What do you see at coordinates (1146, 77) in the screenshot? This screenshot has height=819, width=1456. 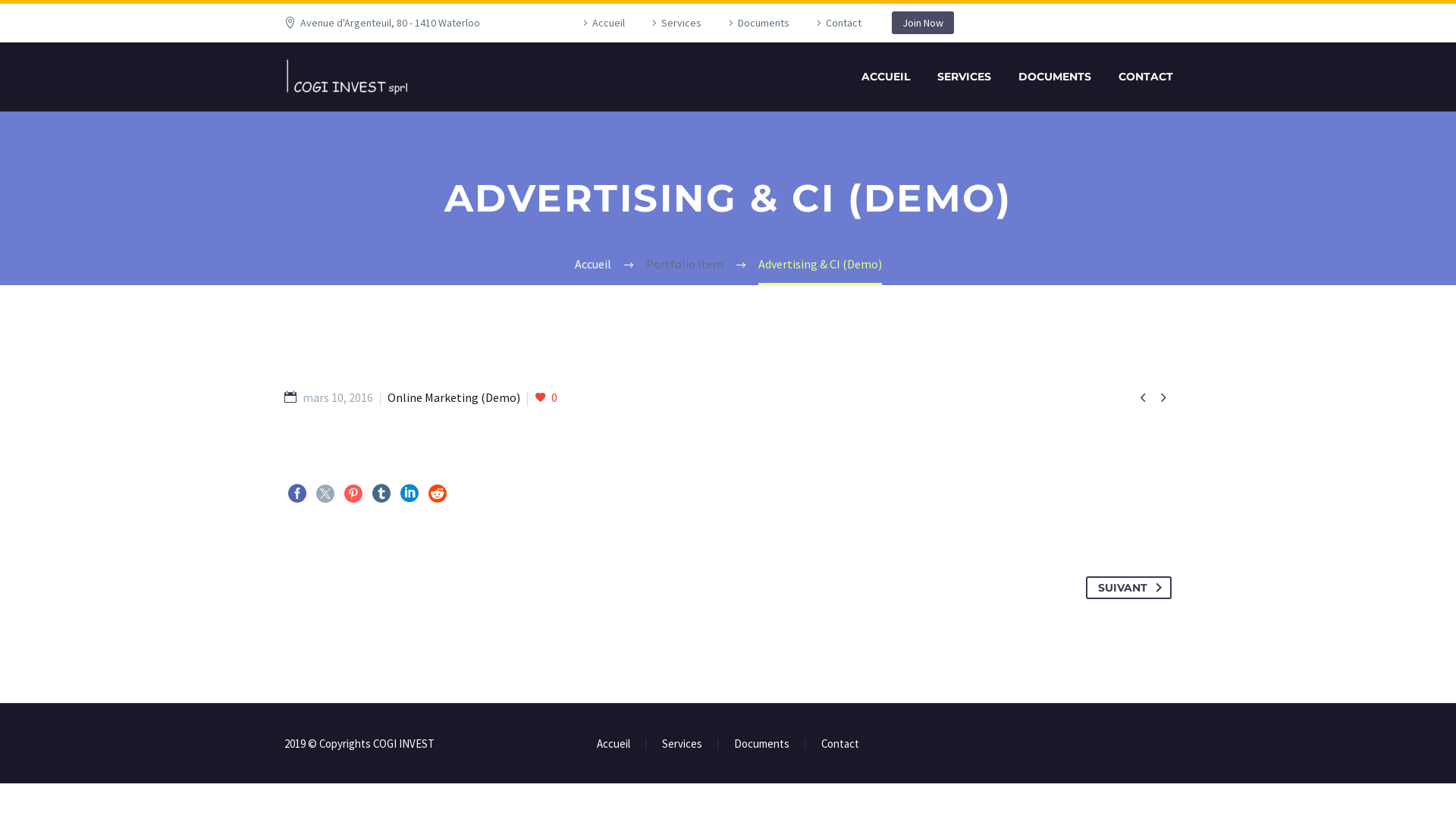 I see `'CONTACT'` at bounding box center [1146, 77].